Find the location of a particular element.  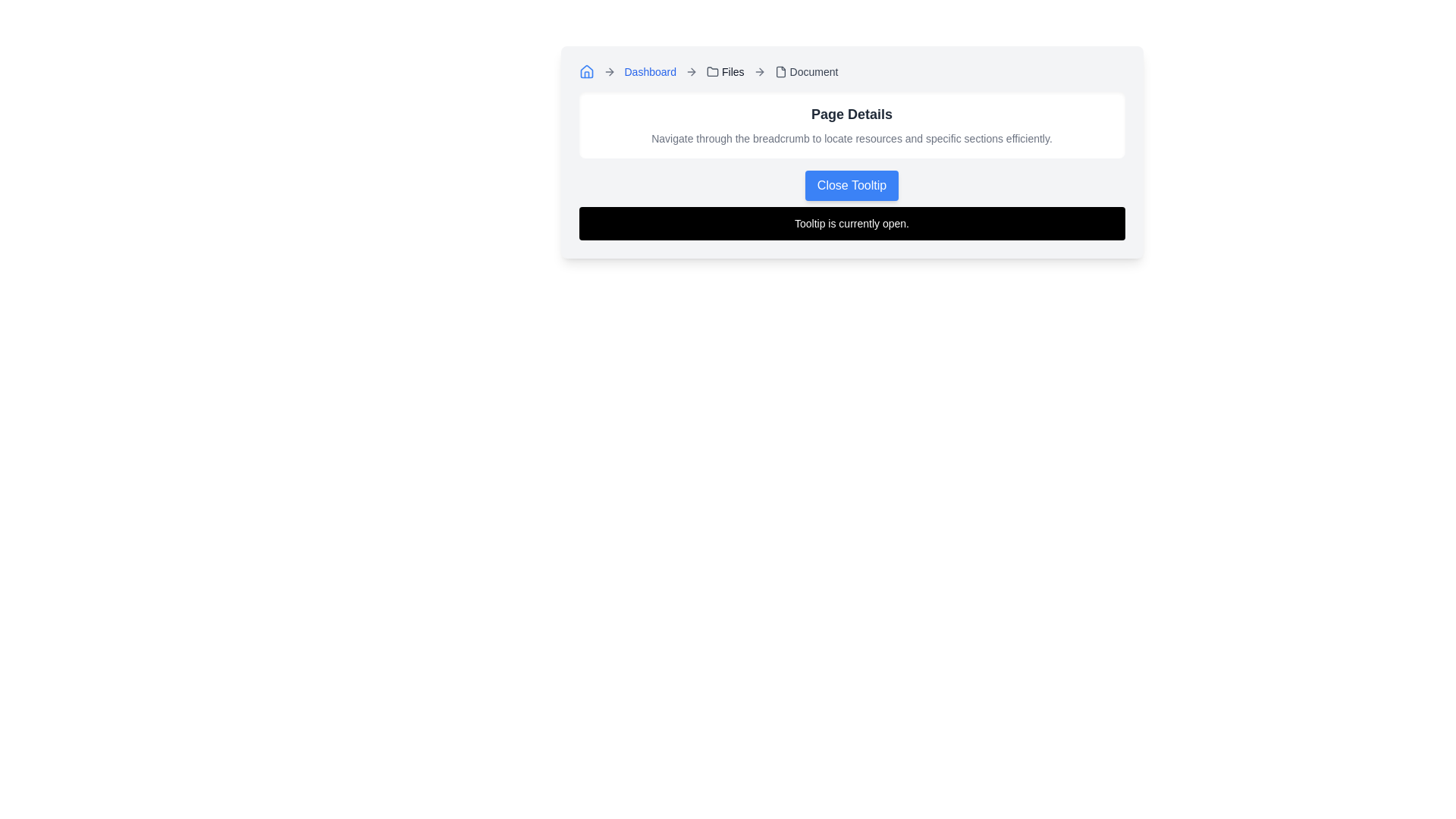

informational header text block located centrally below the breadcrumb navigation, which provides guidance on navigating resources and sections is located at coordinates (852, 124).